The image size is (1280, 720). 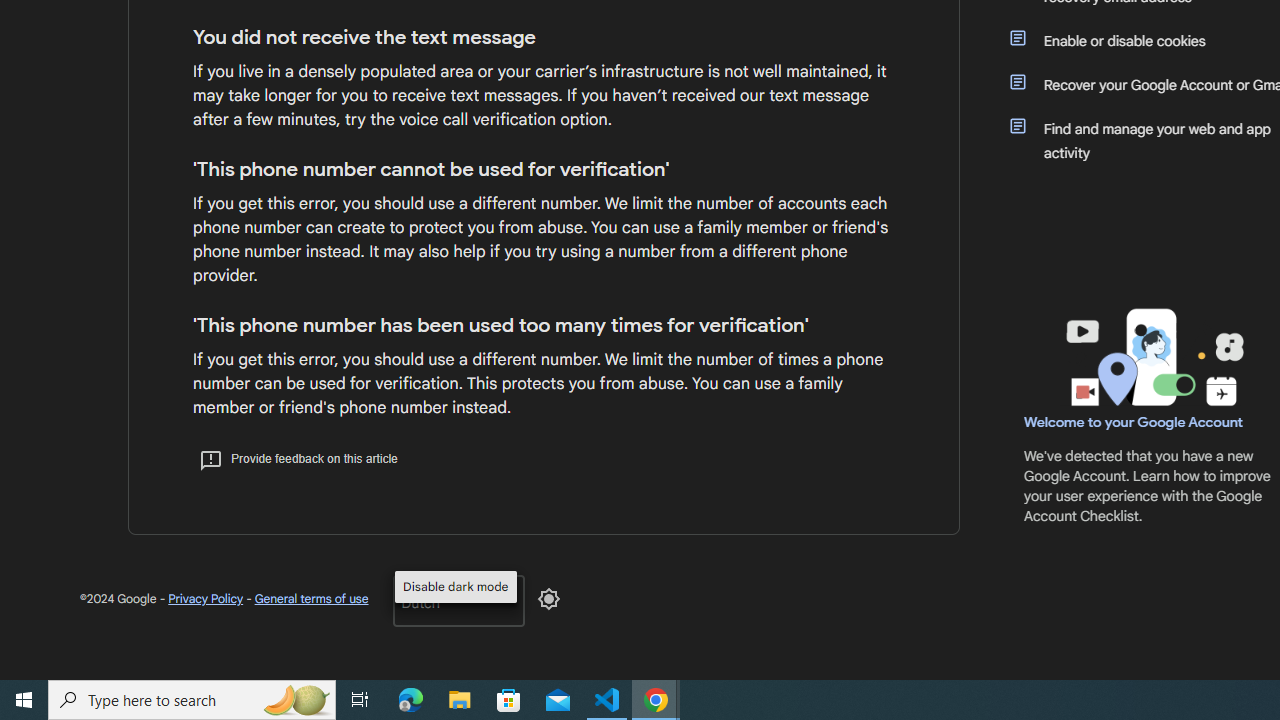 I want to click on 'General terms of use', so click(x=310, y=597).